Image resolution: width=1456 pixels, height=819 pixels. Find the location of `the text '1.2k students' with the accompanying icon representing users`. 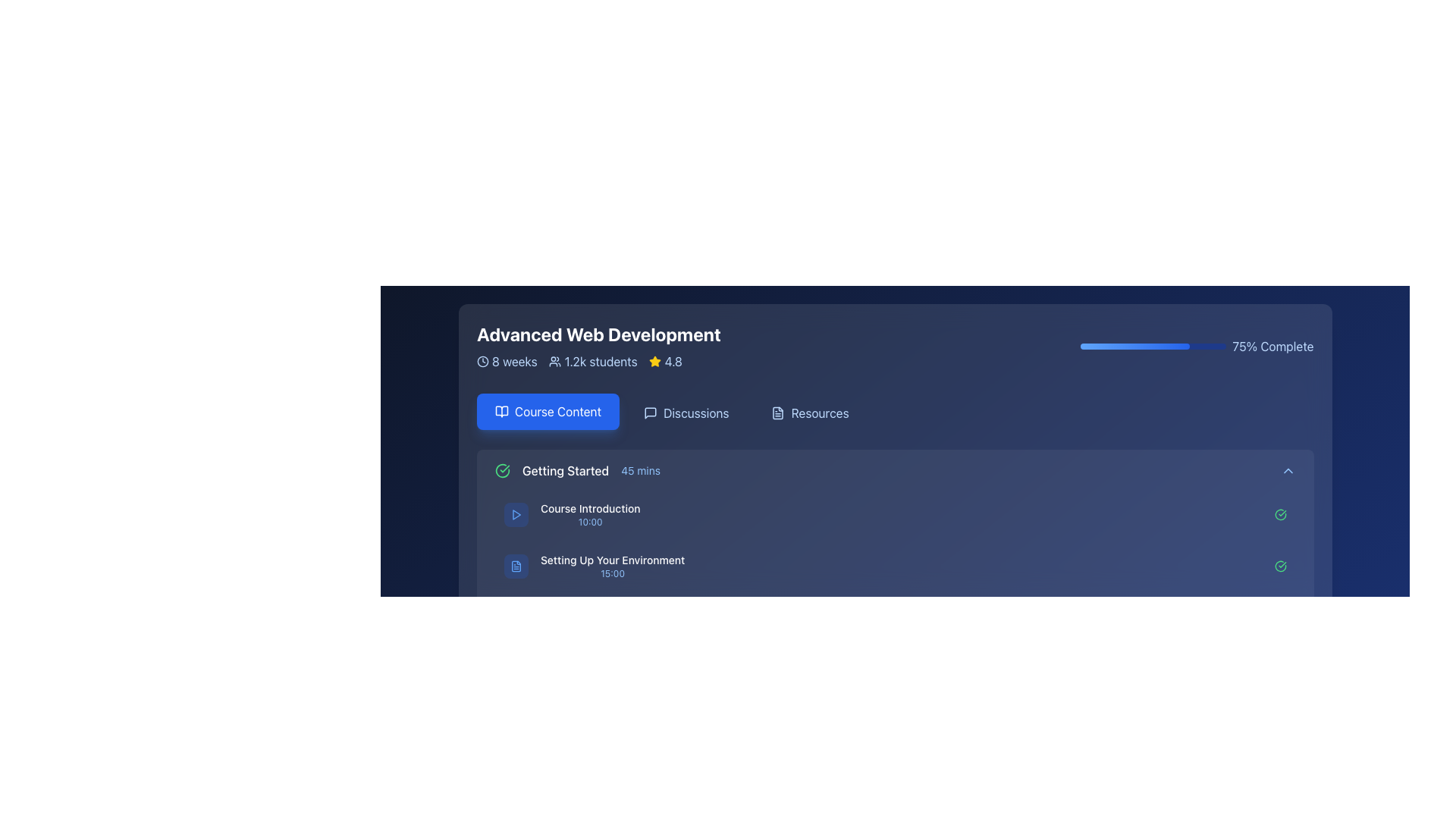

the text '1.2k students' with the accompanying icon representing users is located at coordinates (592, 362).